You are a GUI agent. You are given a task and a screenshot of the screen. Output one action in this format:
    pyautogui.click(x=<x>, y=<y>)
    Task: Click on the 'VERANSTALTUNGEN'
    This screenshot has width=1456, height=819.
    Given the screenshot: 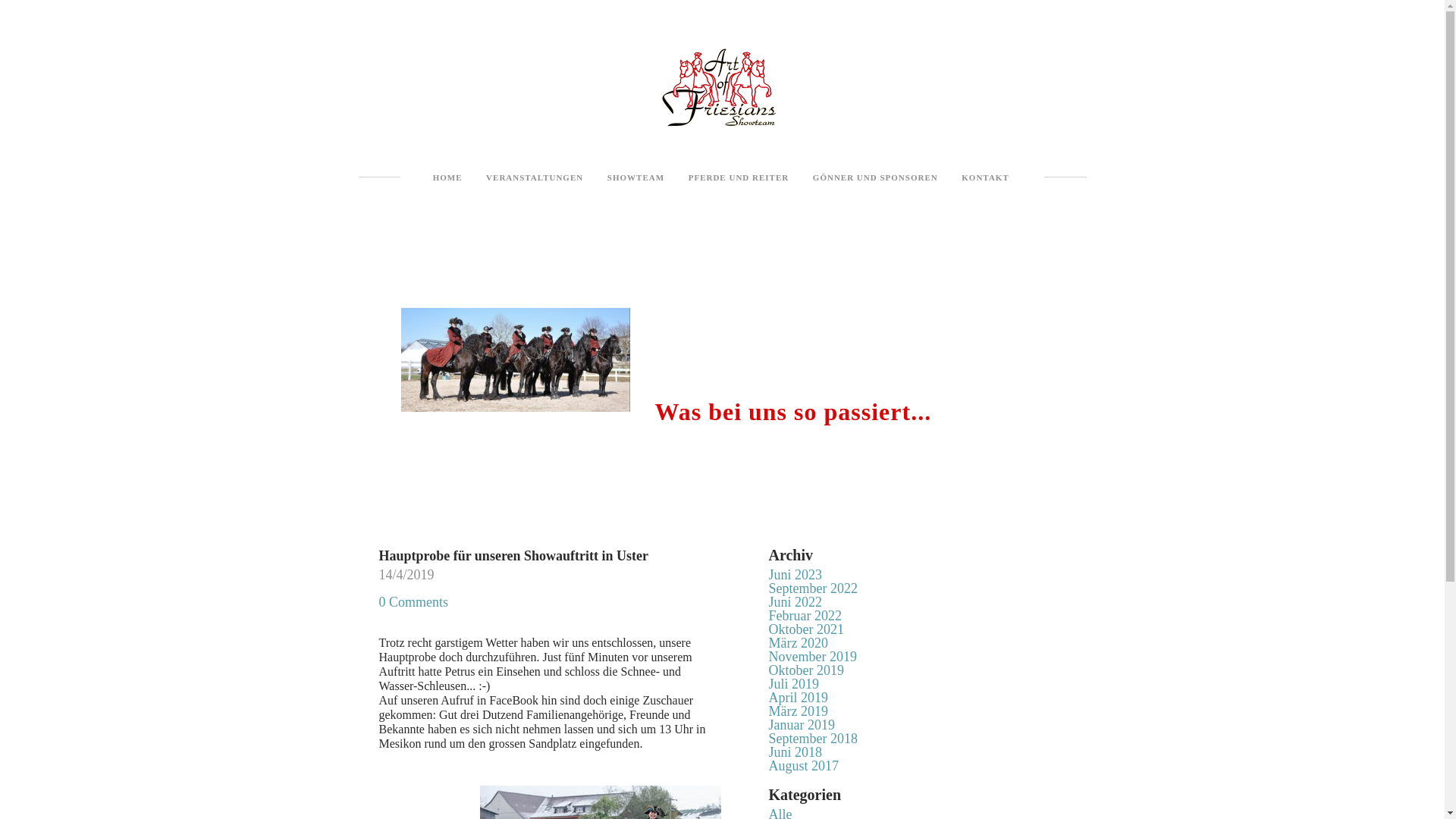 What is the action you would take?
    pyautogui.click(x=535, y=177)
    